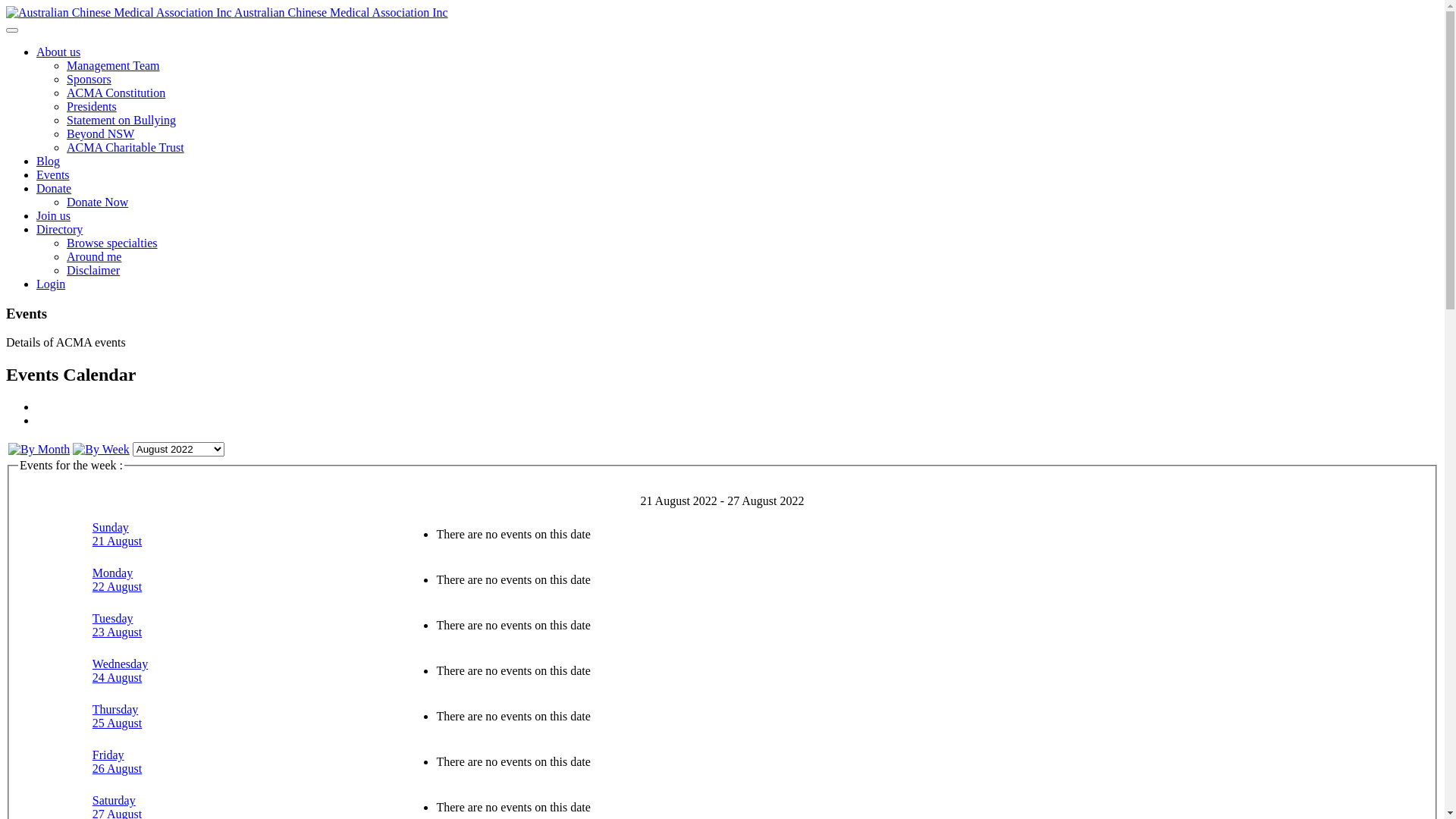 This screenshot has height=819, width=1456. I want to click on 'Monday, so click(91, 579).